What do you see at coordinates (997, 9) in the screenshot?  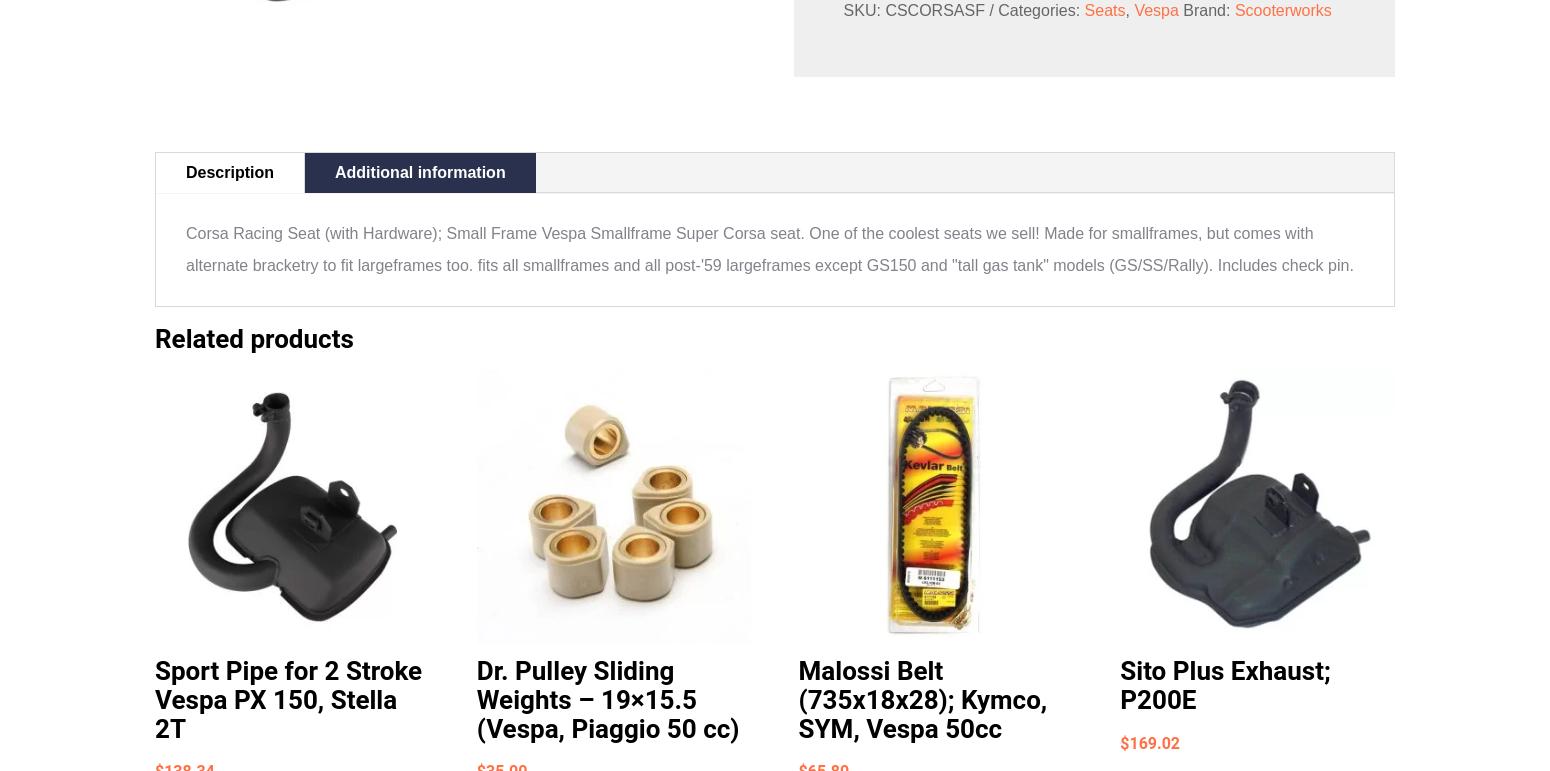 I see `'Categories:'` at bounding box center [997, 9].